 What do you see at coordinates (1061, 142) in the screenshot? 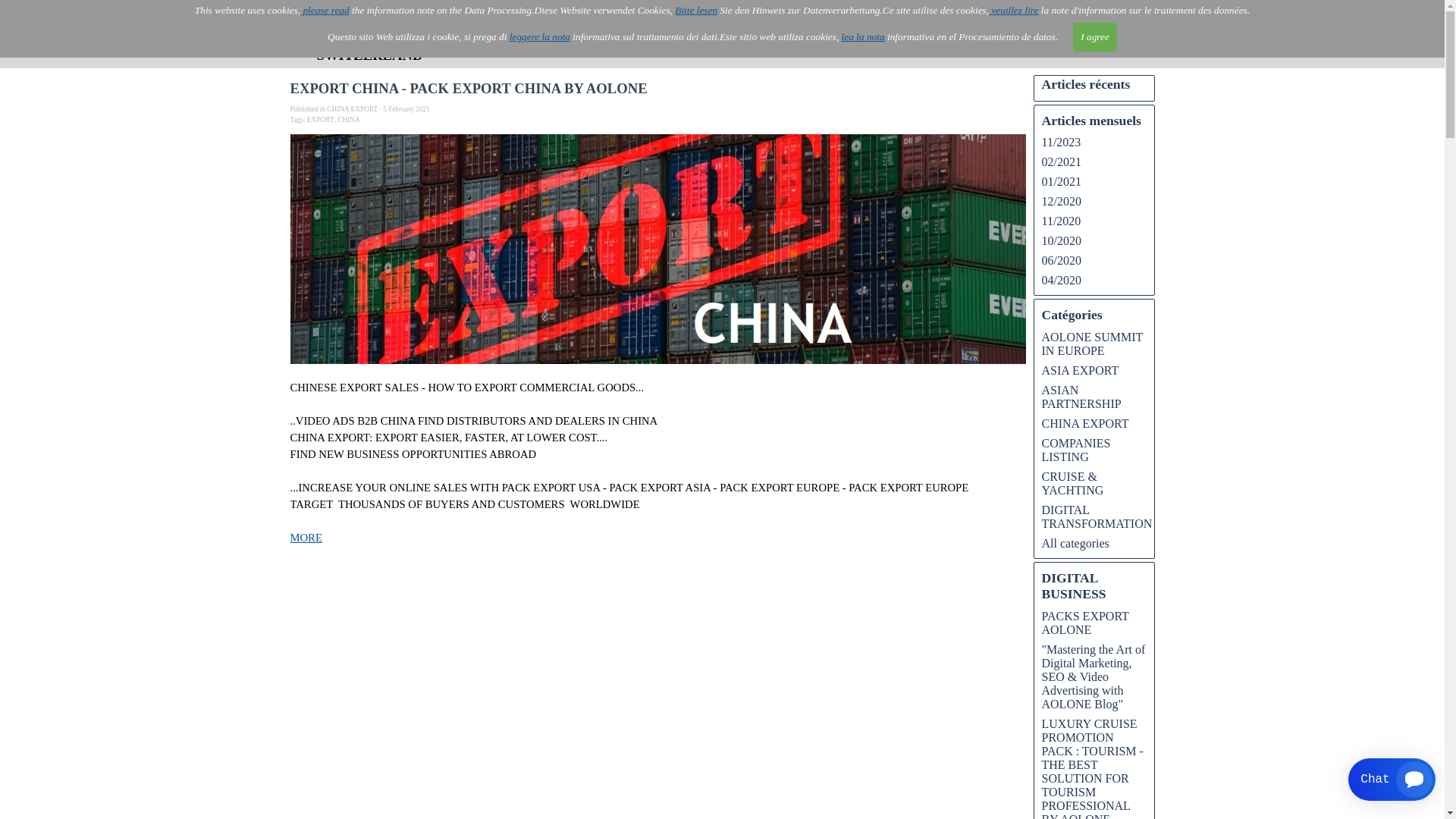
I see `'11/2023'` at bounding box center [1061, 142].